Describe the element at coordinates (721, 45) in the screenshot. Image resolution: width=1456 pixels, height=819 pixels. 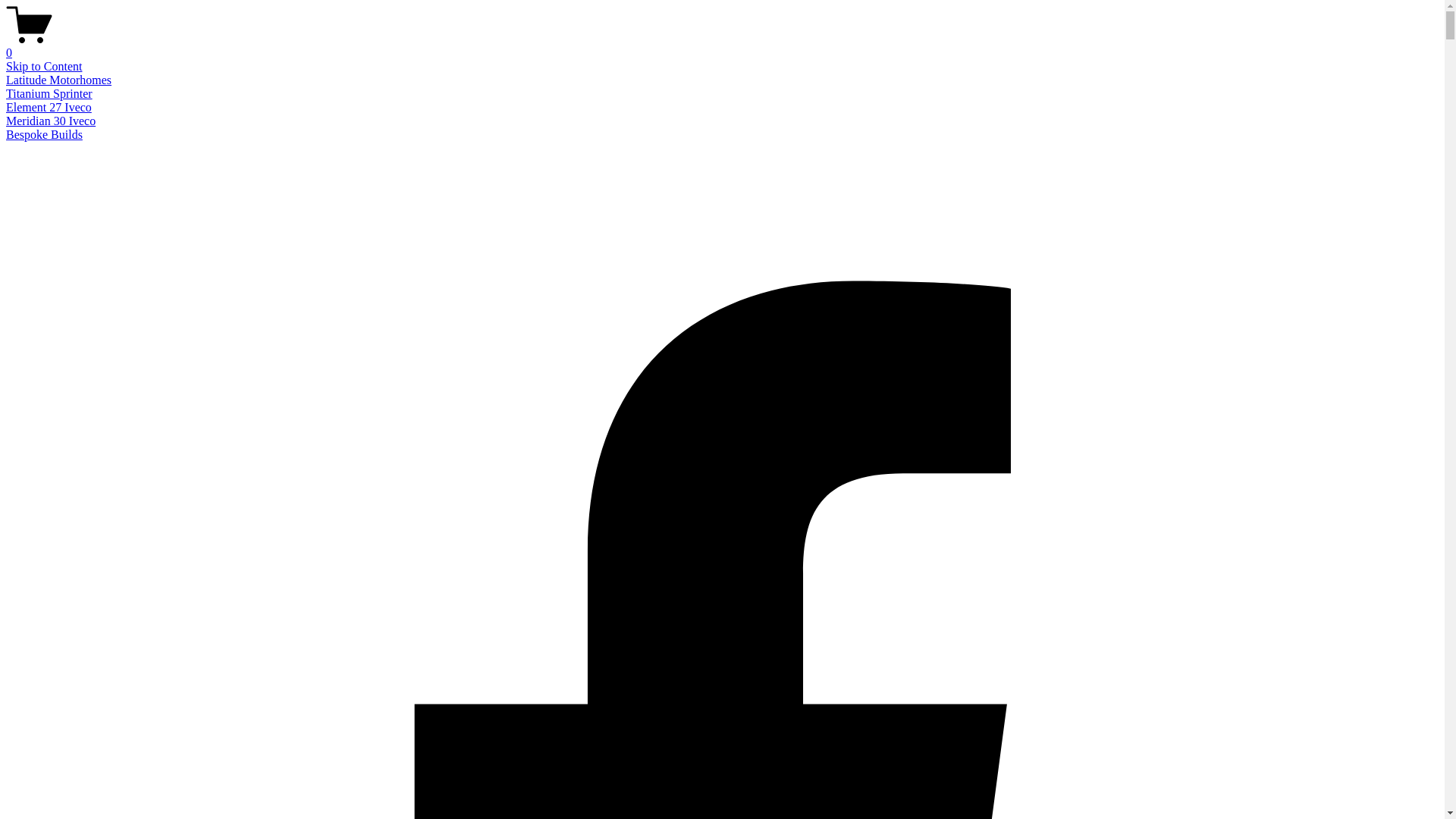
I see `'0'` at that location.